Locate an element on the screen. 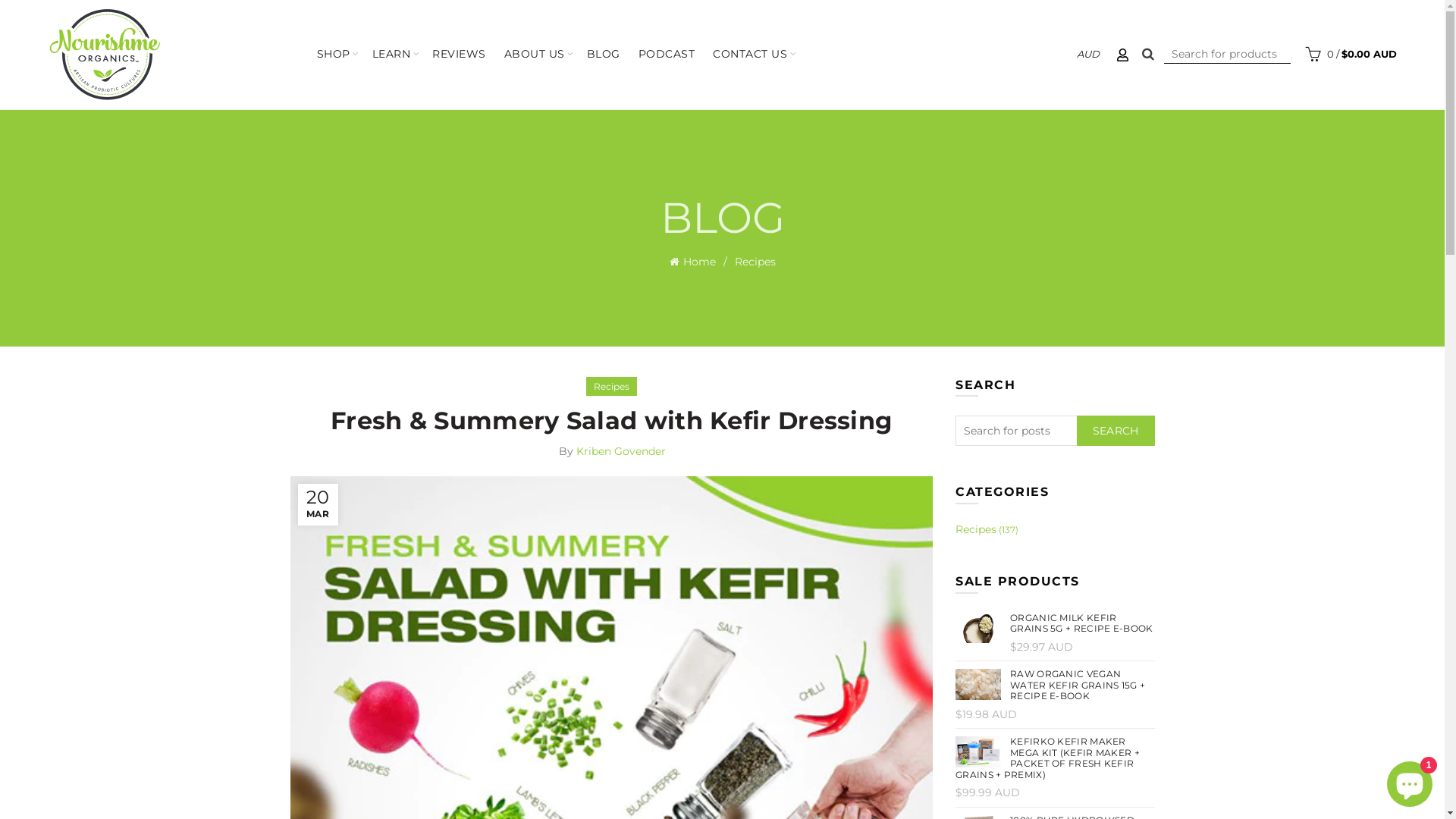 This screenshot has width=1456, height=819. 'REVIEWS' is located at coordinates (458, 53).